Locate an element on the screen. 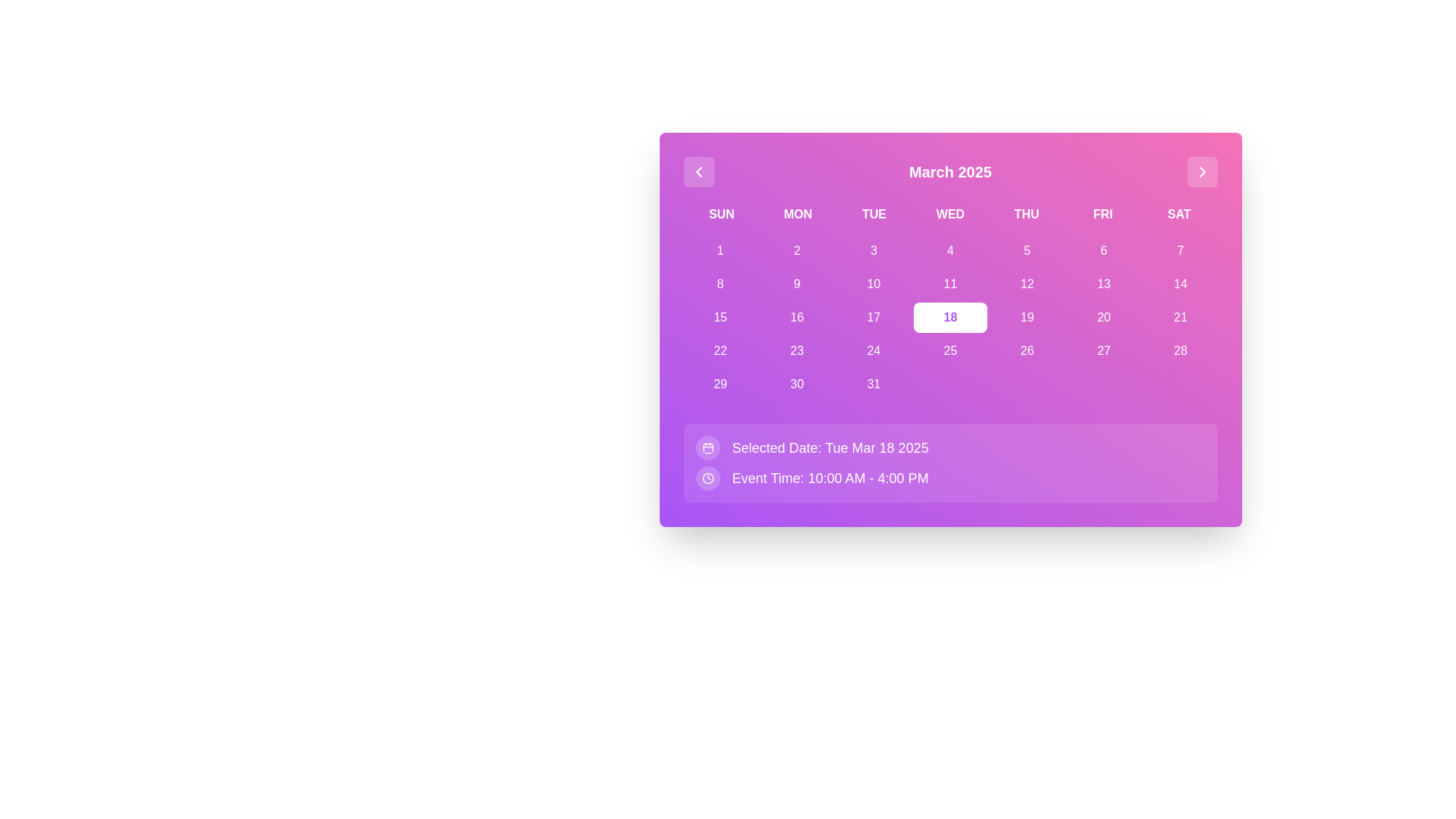 The image size is (1456, 819). the button displaying the number '1' is located at coordinates (720, 250).